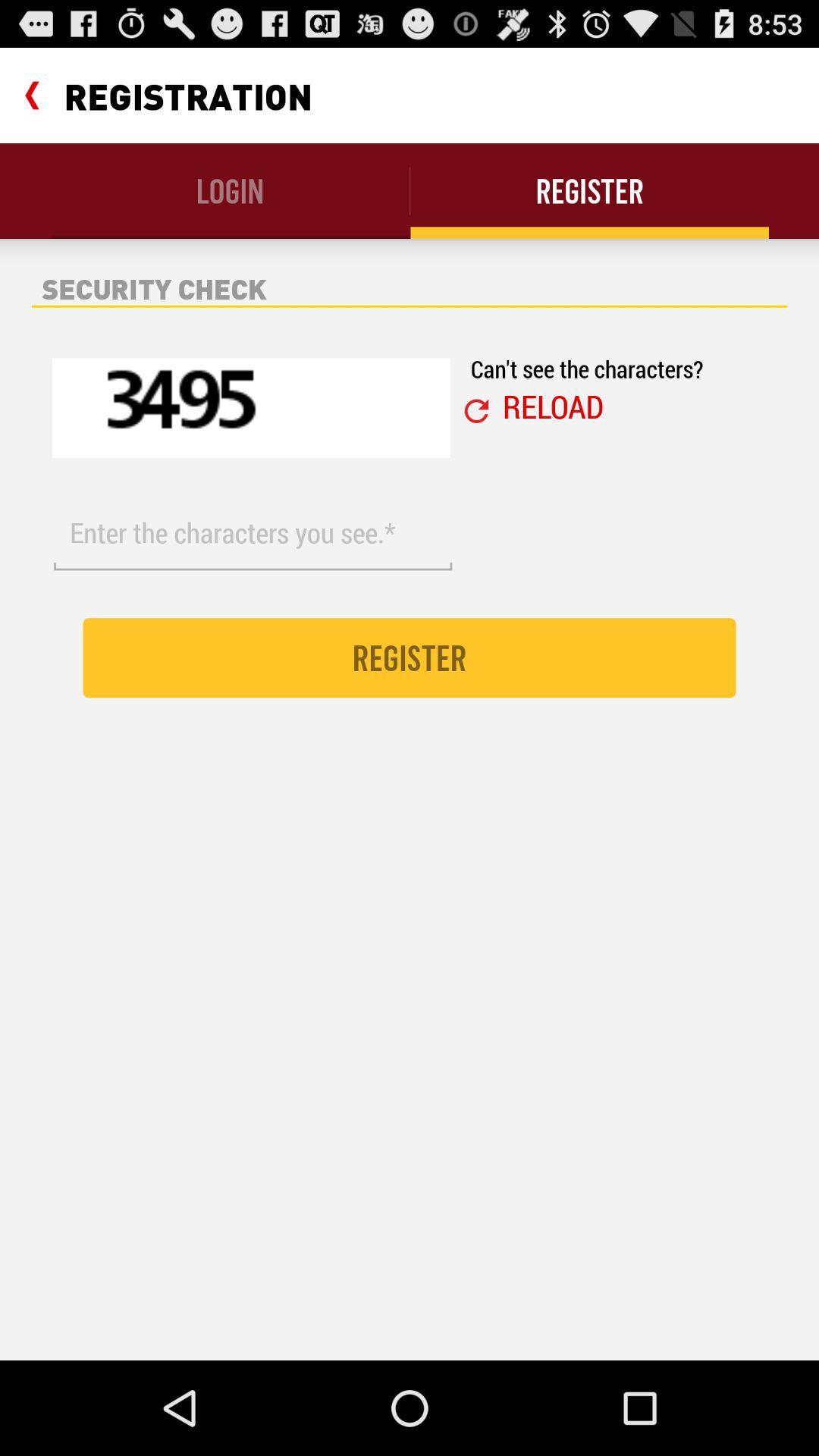 Image resolution: width=819 pixels, height=1456 pixels. I want to click on the icon below can t see, so click(475, 411).